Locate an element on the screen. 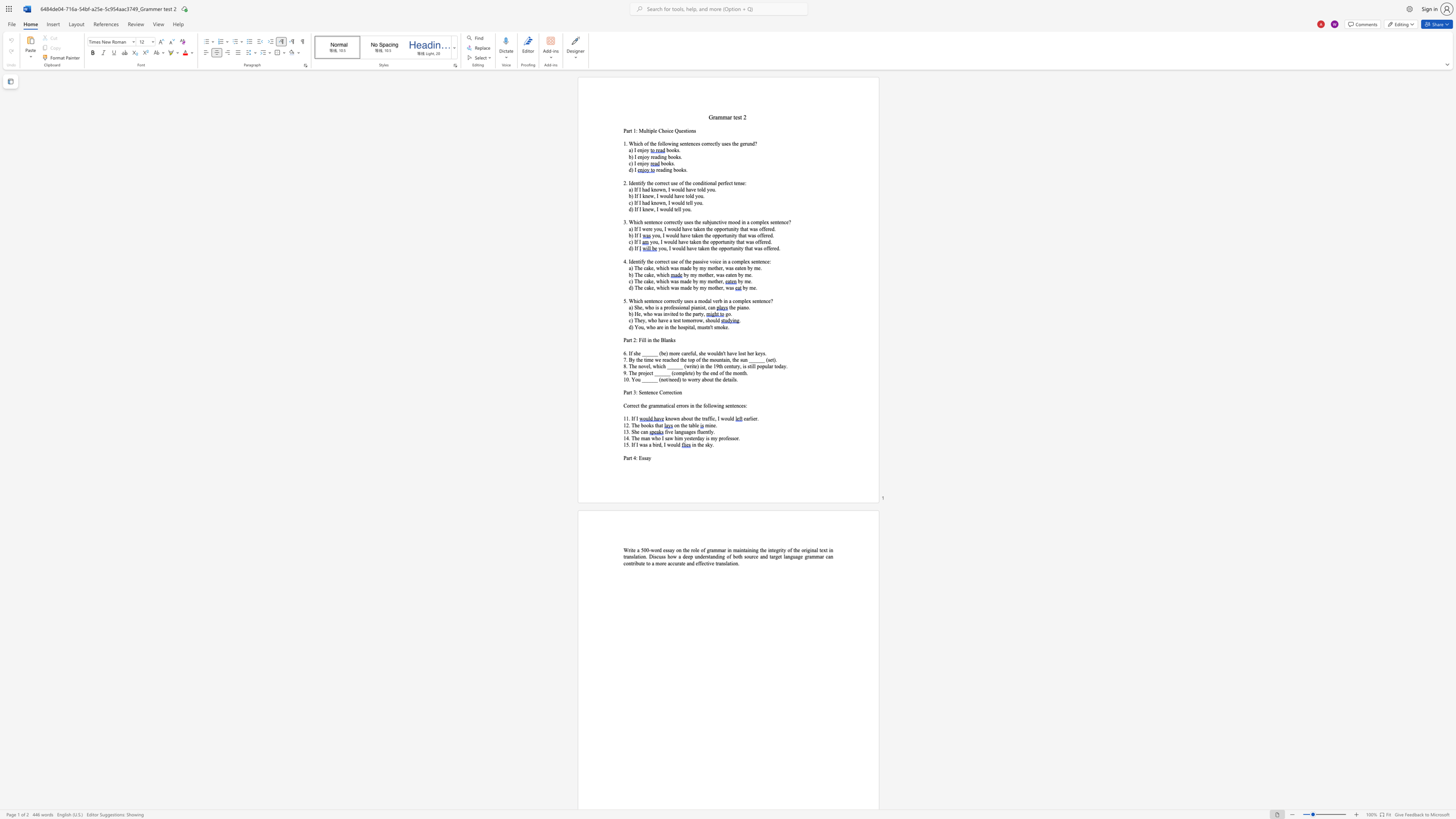 This screenshot has height=819, width=1456. the subset text "I would have taken the opportunity" within the text "you, I would have taken the opportunity that was offered." is located at coordinates (669, 248).